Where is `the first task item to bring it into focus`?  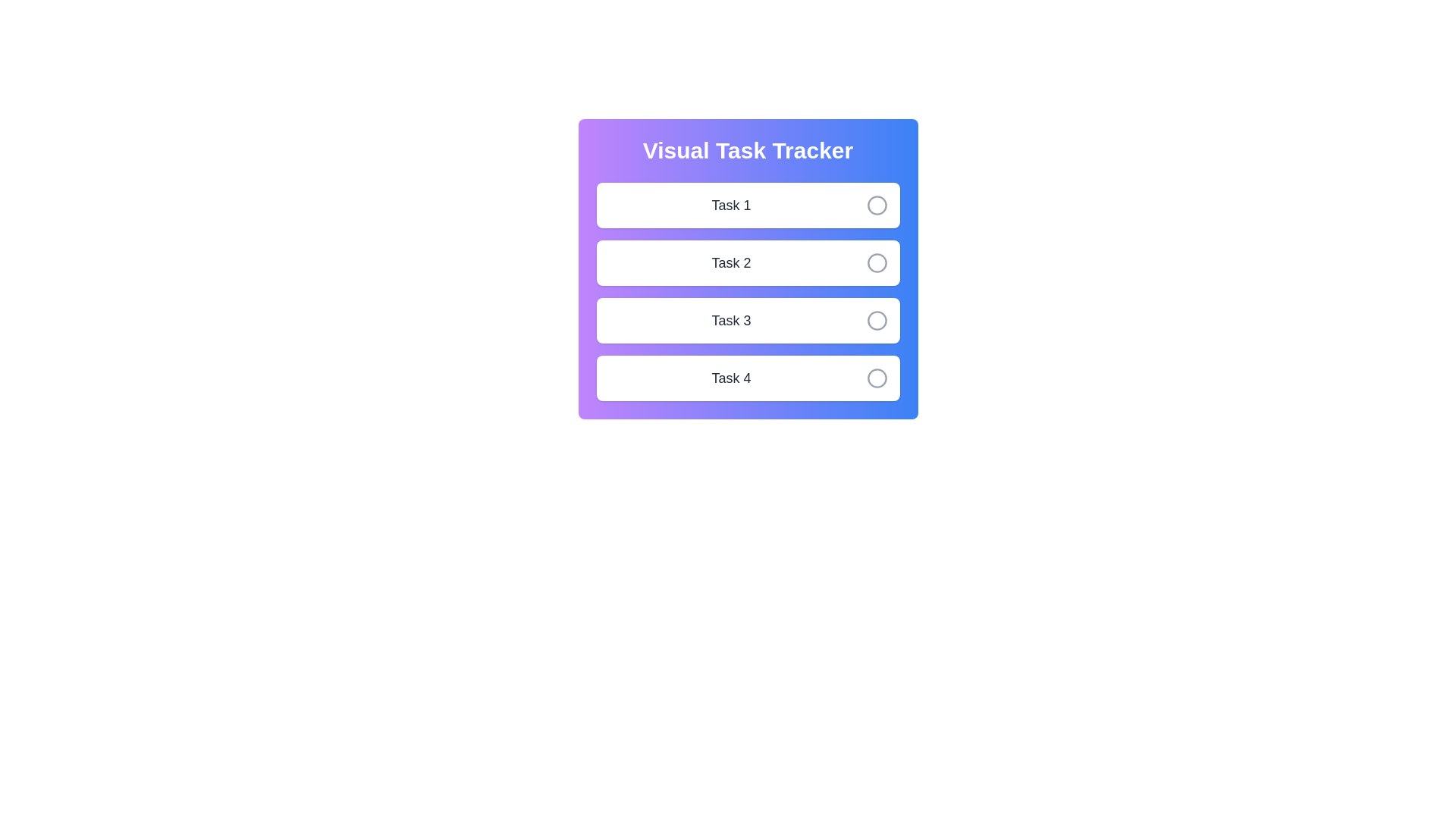 the first task item to bring it into focus is located at coordinates (748, 205).